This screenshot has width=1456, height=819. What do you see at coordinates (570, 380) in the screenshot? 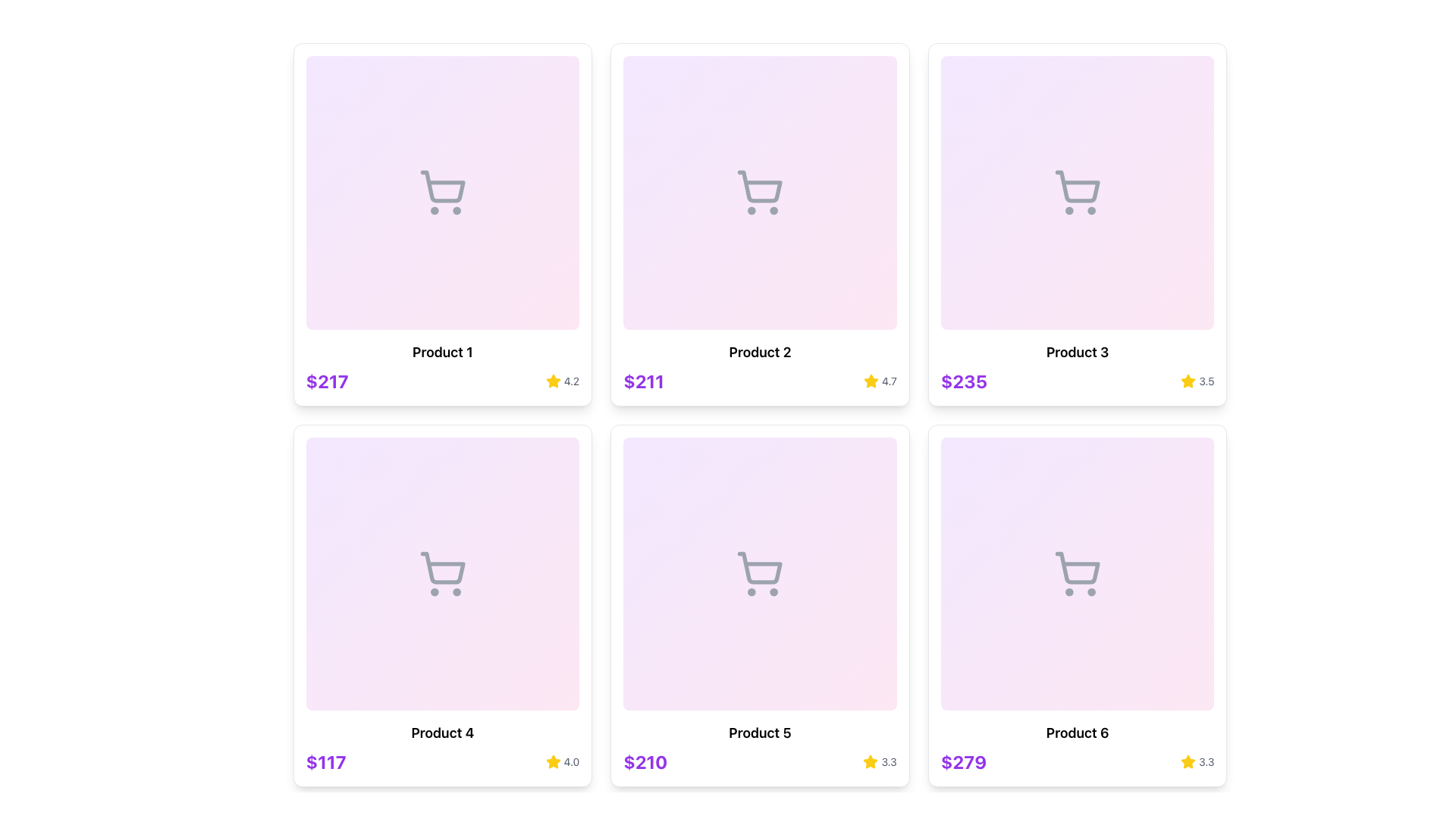
I see `text label displaying the numerical rating '4.2', which is styled in gray and positioned next to a yellow star icon for 'Product 1'` at bounding box center [570, 380].